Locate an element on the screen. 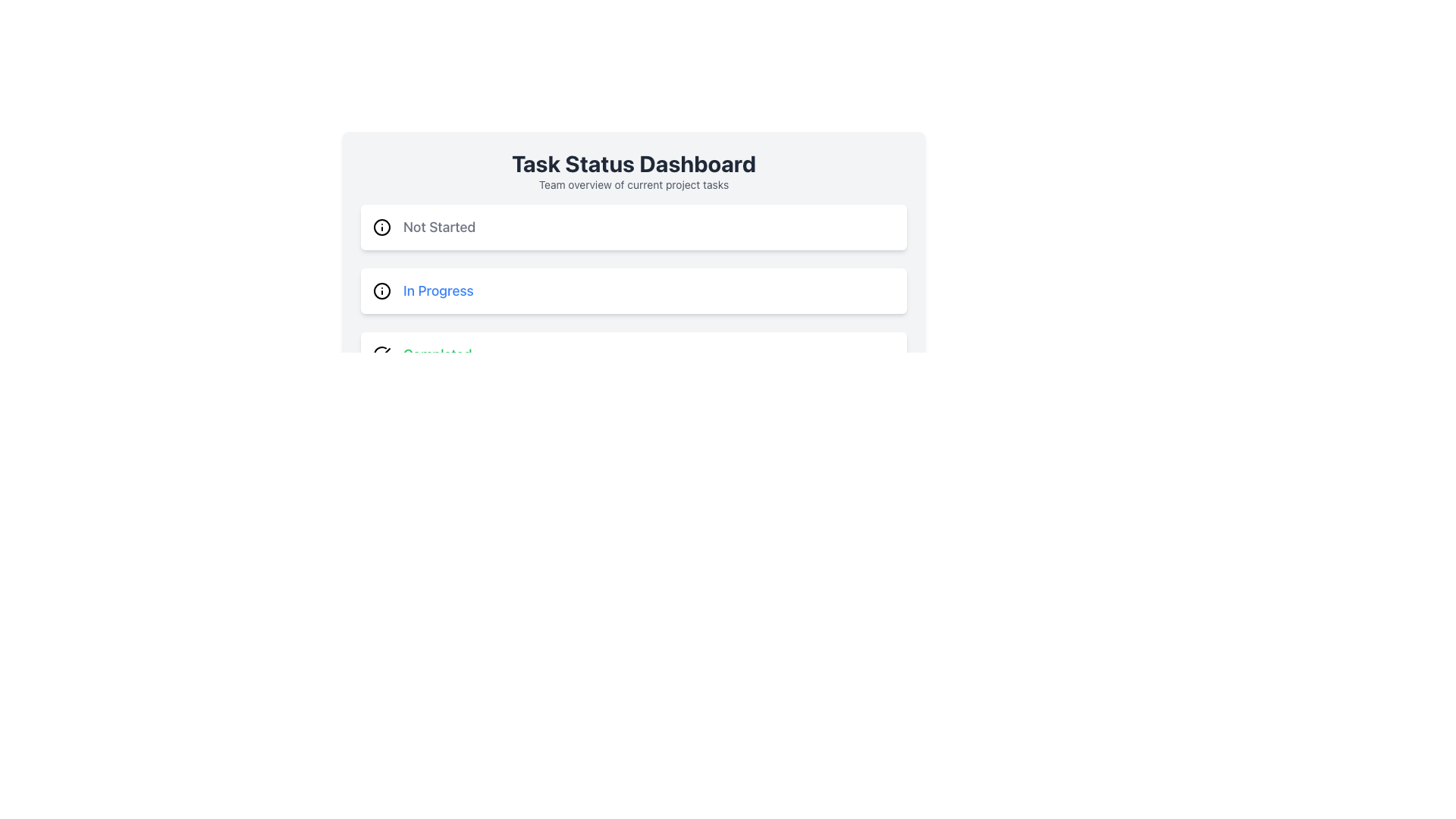 The height and width of the screenshot is (819, 1456). the 'In Progress' task status button in the task management interface is located at coordinates (633, 291).